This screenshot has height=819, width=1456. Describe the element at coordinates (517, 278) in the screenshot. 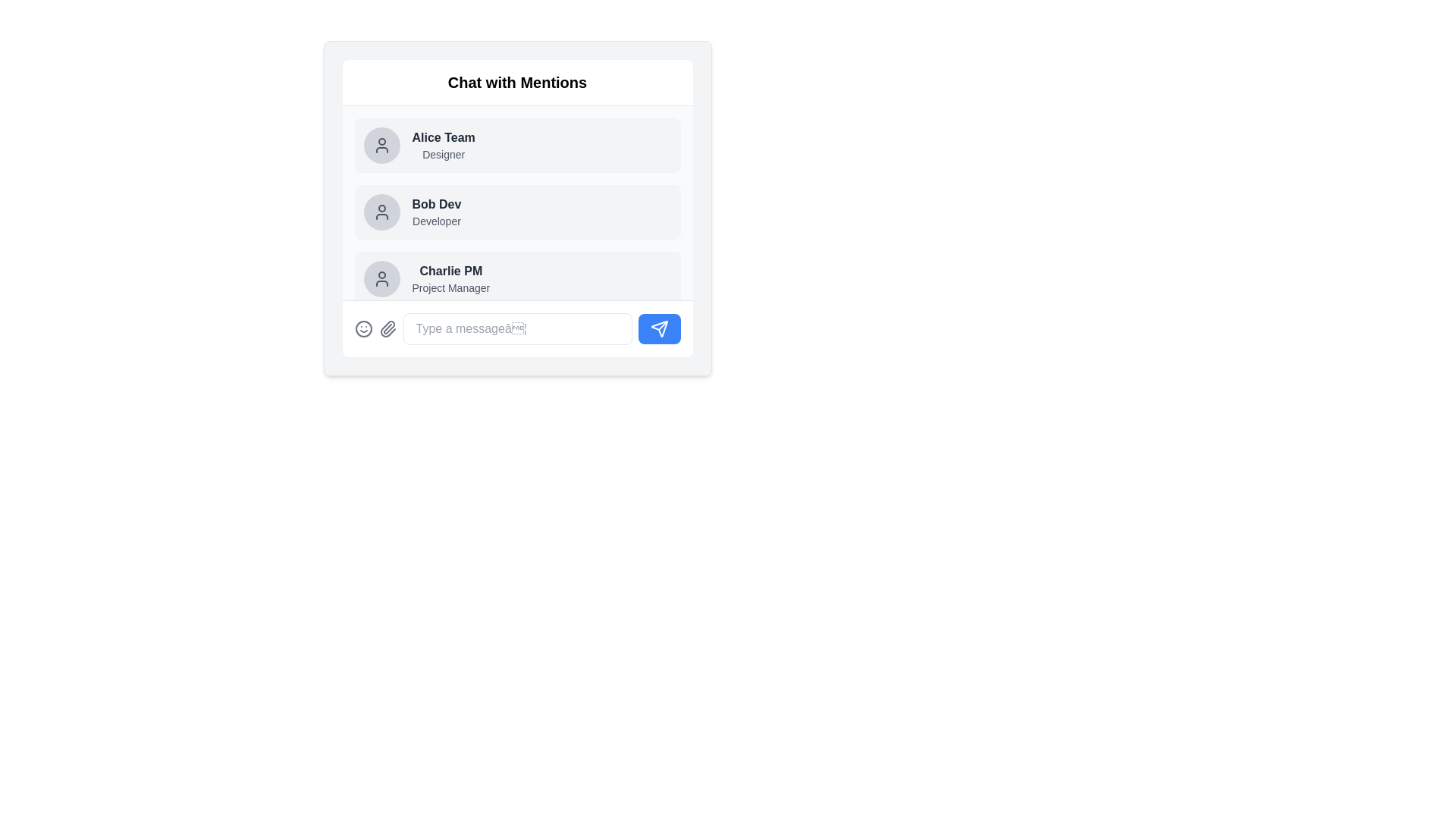

I see `details of the List item displaying 'Charlie PM' as the name and 'Project Manager' as the role, which is the third item in the vertical list of team members` at that location.